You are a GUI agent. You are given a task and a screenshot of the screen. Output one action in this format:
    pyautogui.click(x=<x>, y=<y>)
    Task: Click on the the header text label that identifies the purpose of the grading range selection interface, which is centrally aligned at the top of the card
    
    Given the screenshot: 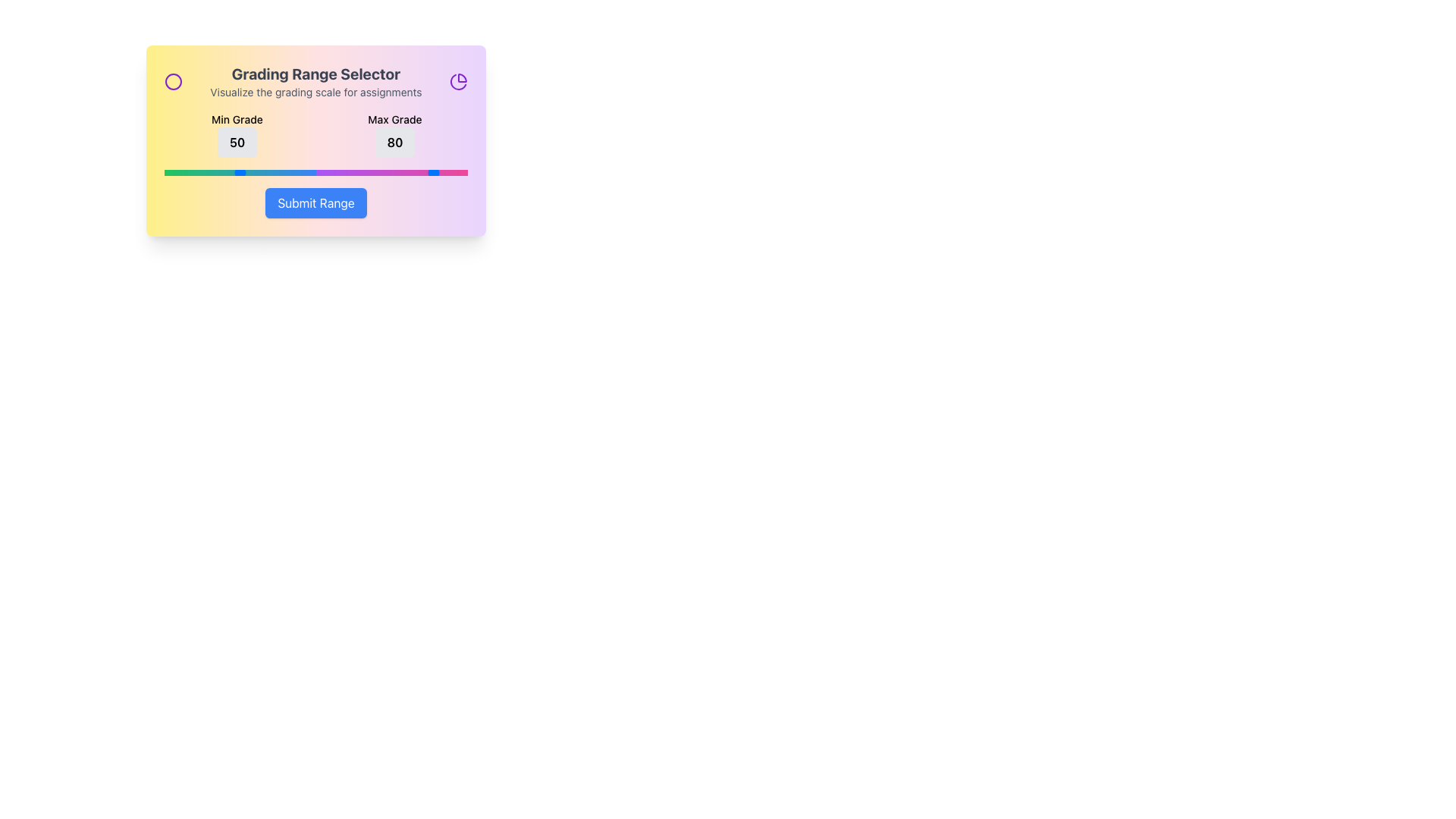 What is the action you would take?
    pyautogui.click(x=315, y=74)
    